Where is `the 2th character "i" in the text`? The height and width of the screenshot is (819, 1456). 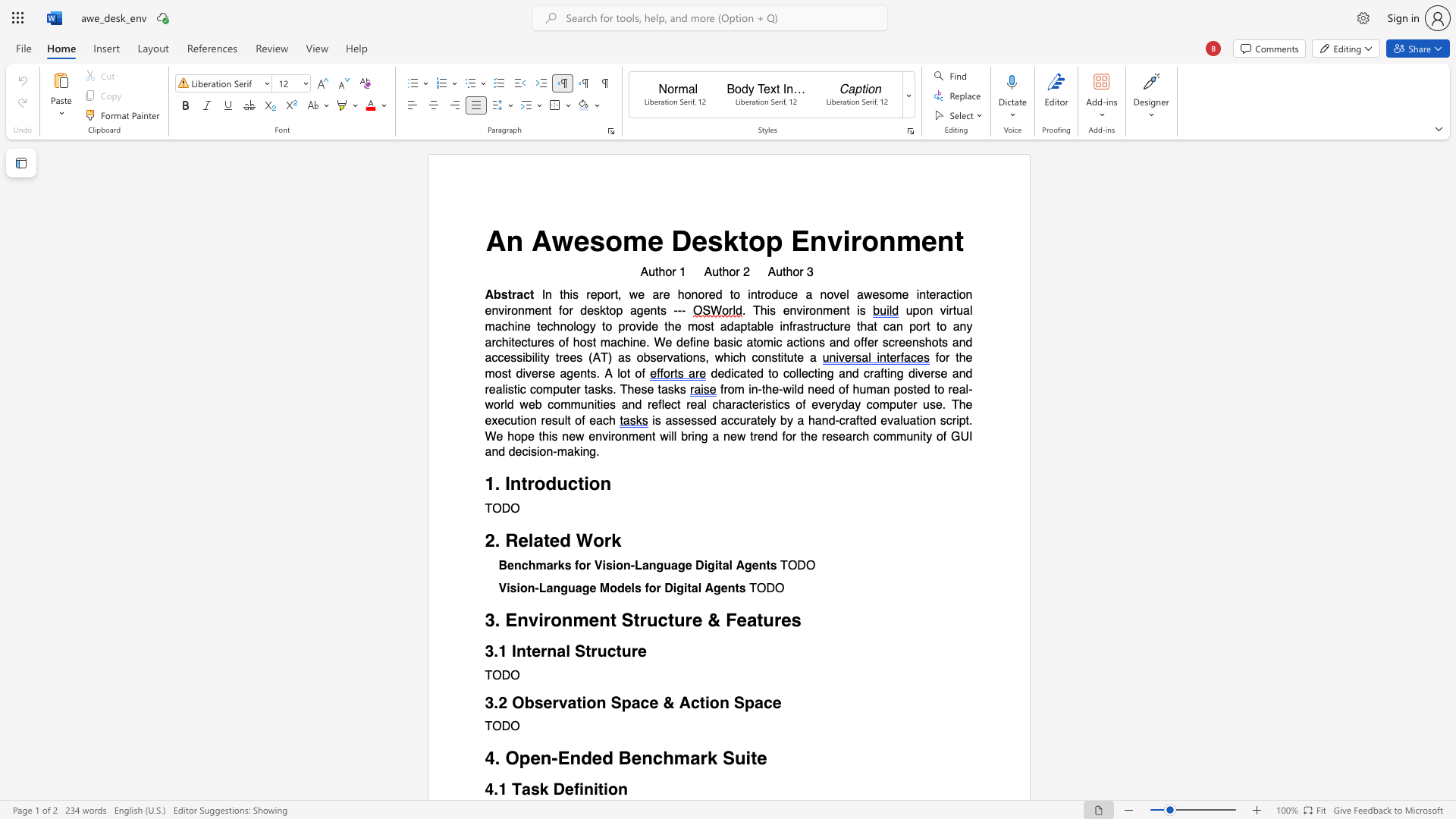
the 2th character "i" in the text is located at coordinates (692, 436).